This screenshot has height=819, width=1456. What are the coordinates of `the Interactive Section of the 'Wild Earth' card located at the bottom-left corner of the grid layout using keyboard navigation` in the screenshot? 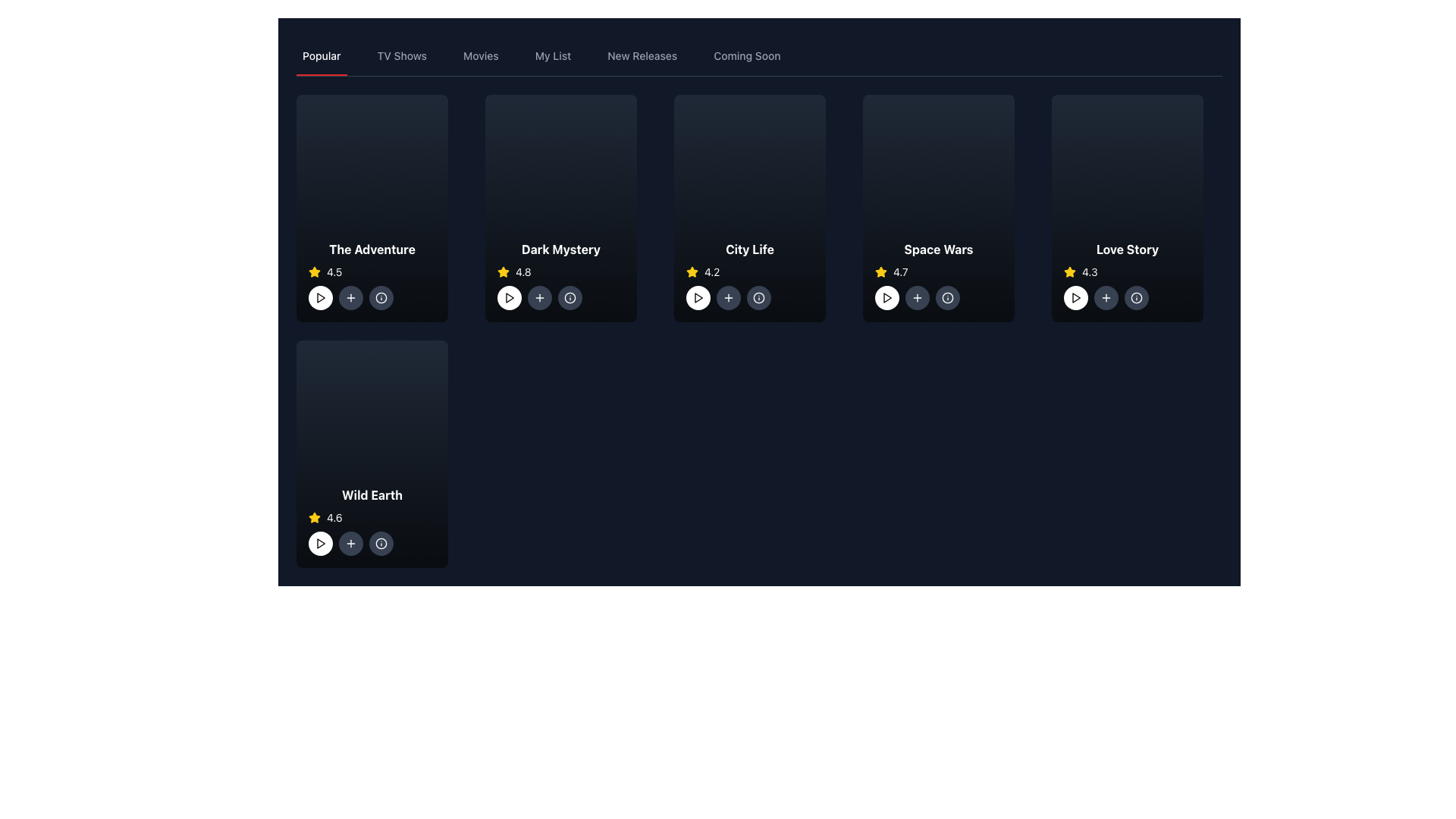 It's located at (372, 519).